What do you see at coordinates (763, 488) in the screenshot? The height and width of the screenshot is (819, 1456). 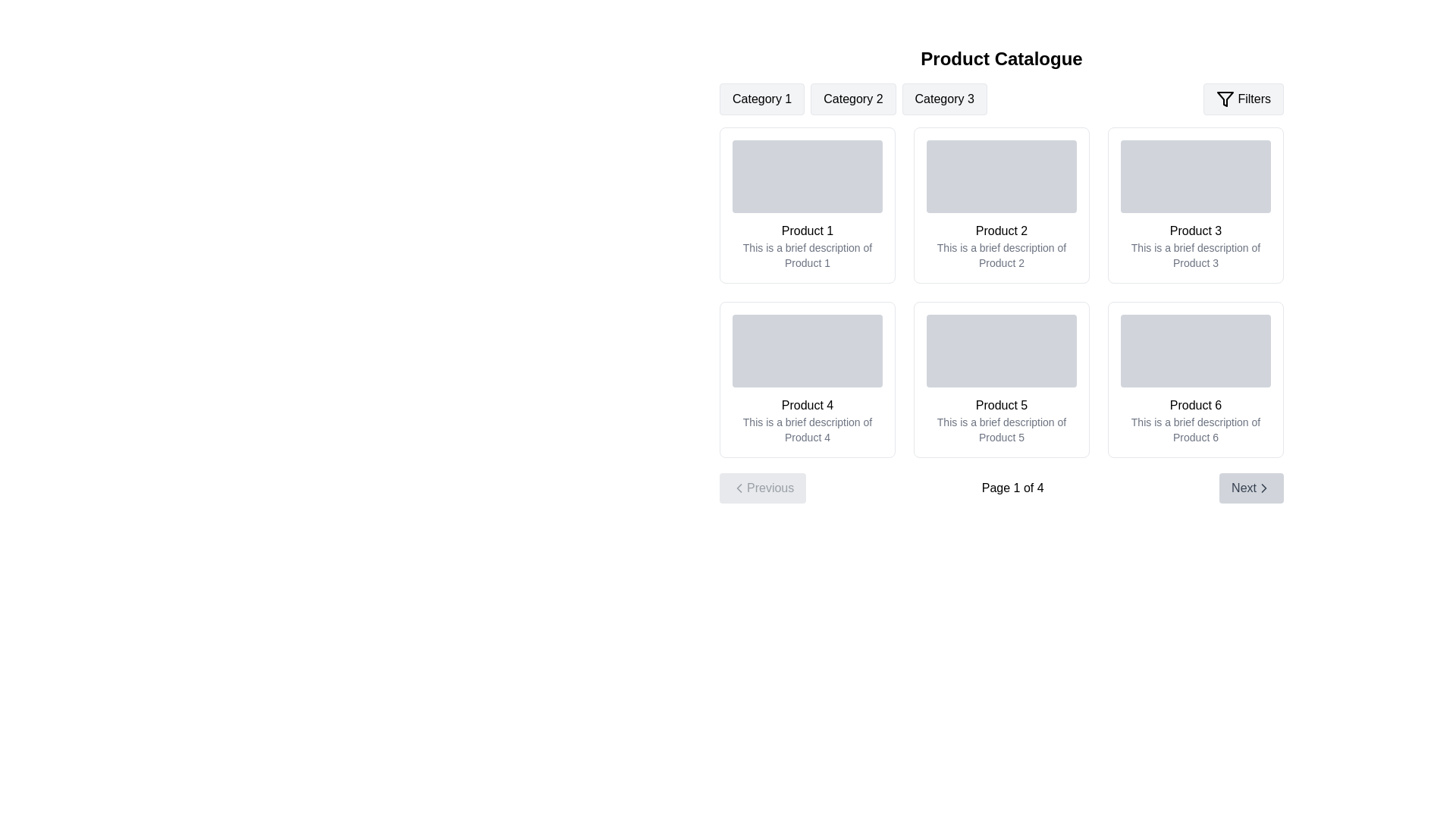 I see `the 'Previous' button with a light gray background and rounded corners` at bounding box center [763, 488].